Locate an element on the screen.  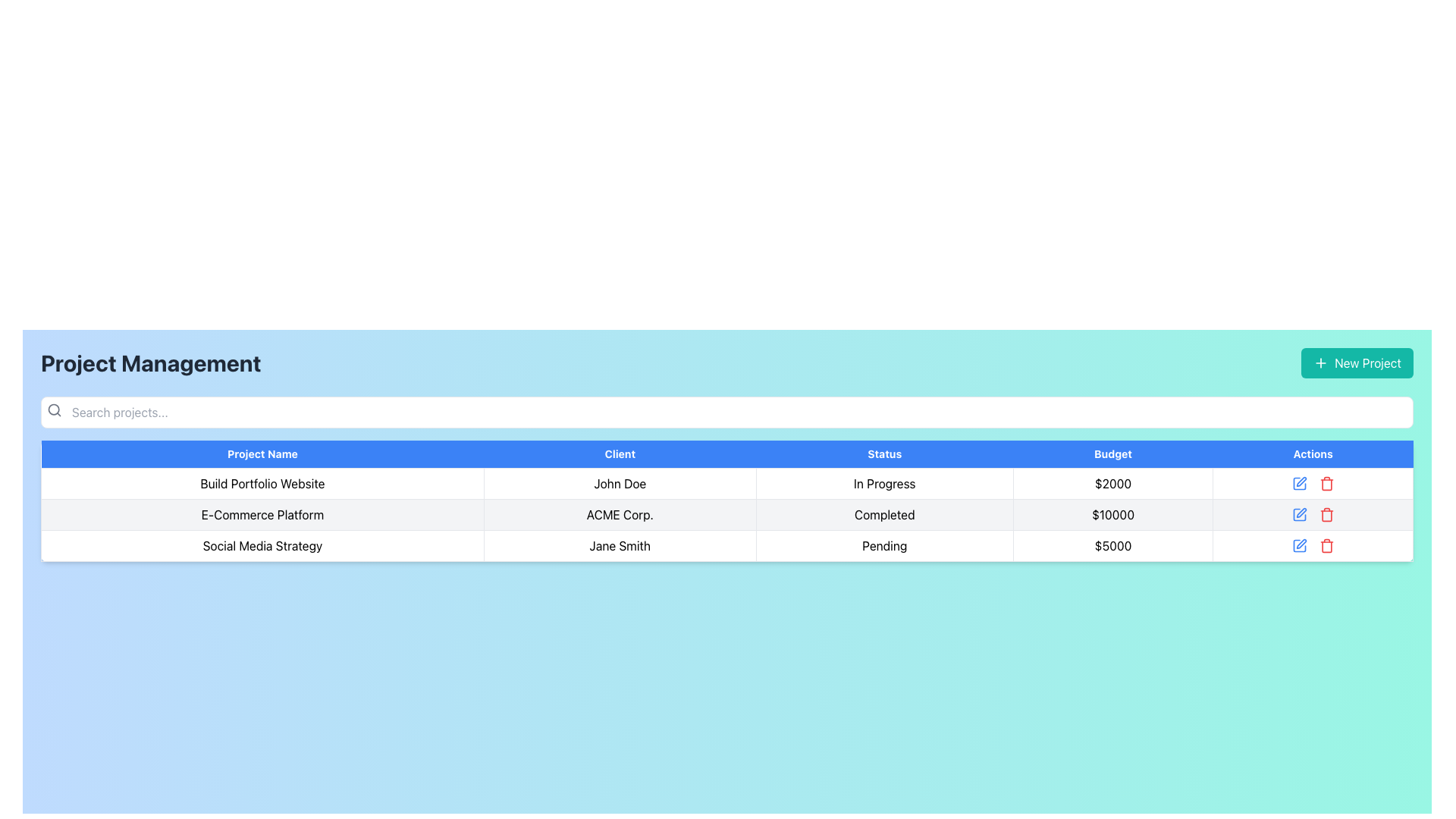
the first row of the data table displaying project details is located at coordinates (726, 483).